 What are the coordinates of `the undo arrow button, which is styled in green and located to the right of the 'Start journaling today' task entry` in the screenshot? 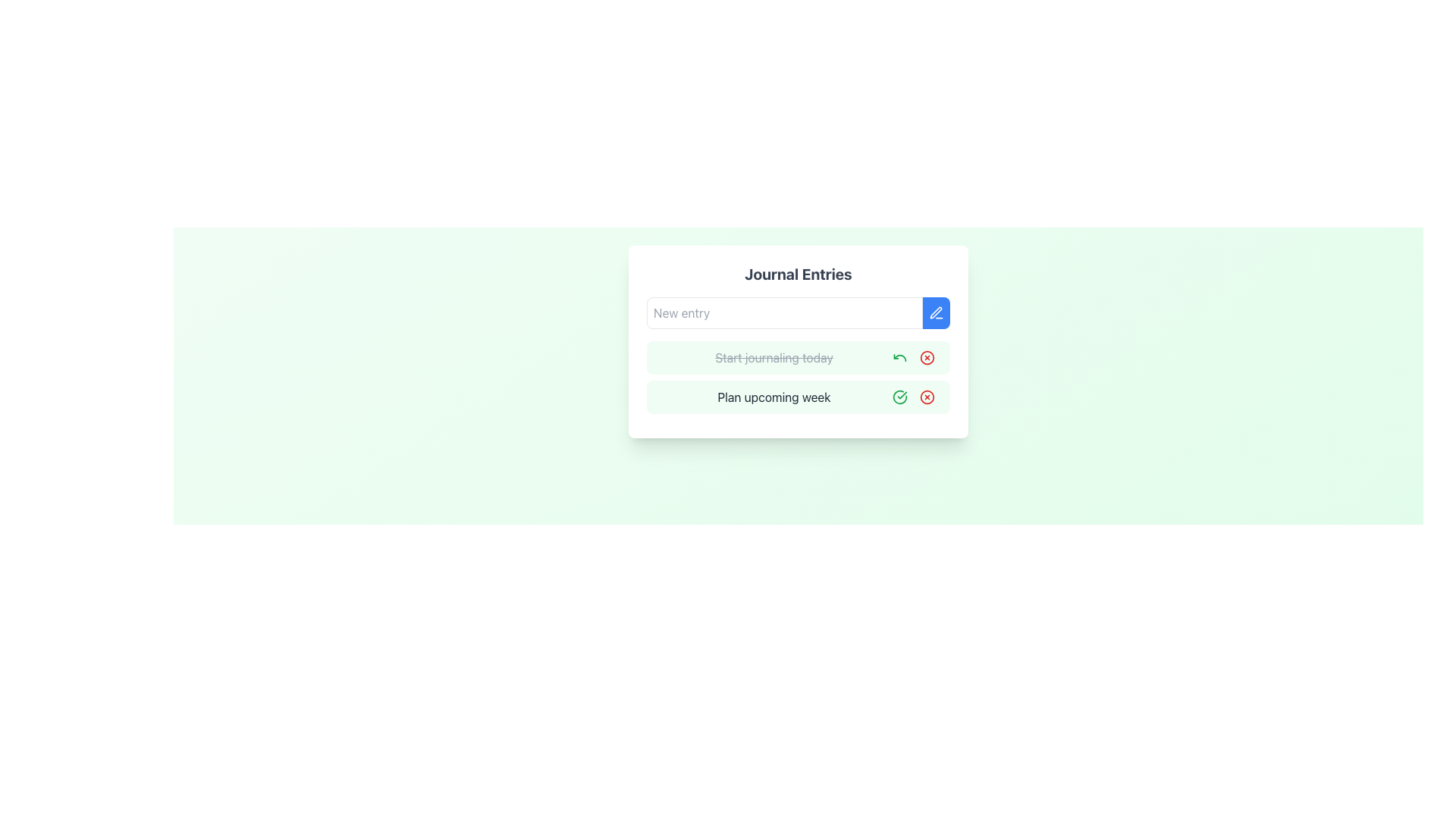 It's located at (899, 357).